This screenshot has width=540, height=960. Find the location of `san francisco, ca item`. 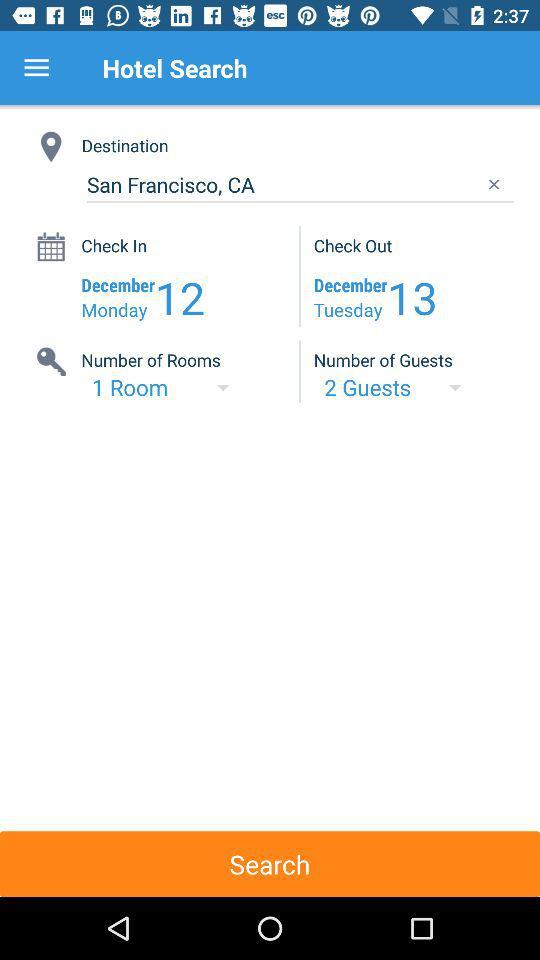

san francisco, ca item is located at coordinates (299, 185).